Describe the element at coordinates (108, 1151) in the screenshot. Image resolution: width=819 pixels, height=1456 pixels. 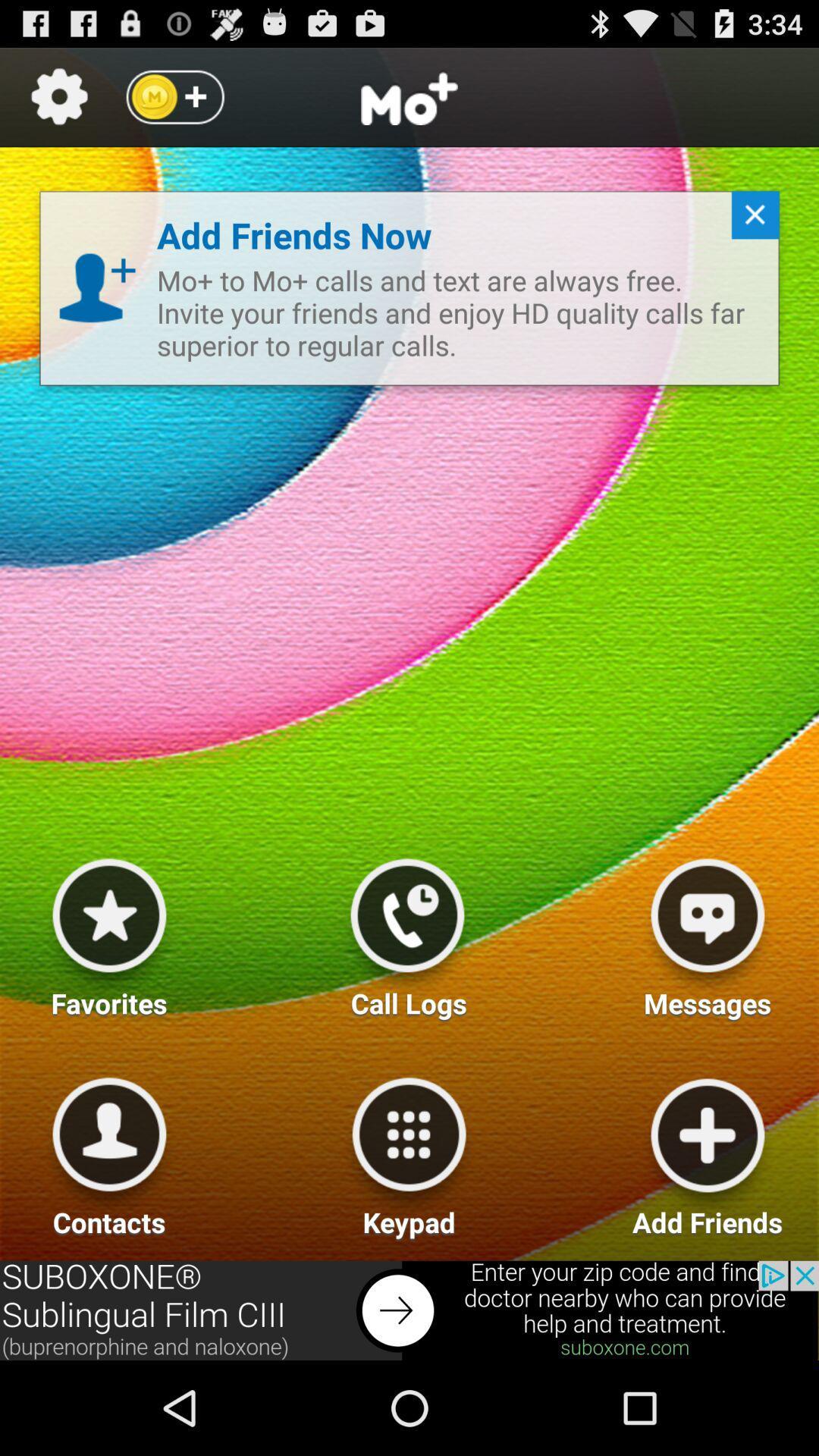
I see `contact button` at that location.